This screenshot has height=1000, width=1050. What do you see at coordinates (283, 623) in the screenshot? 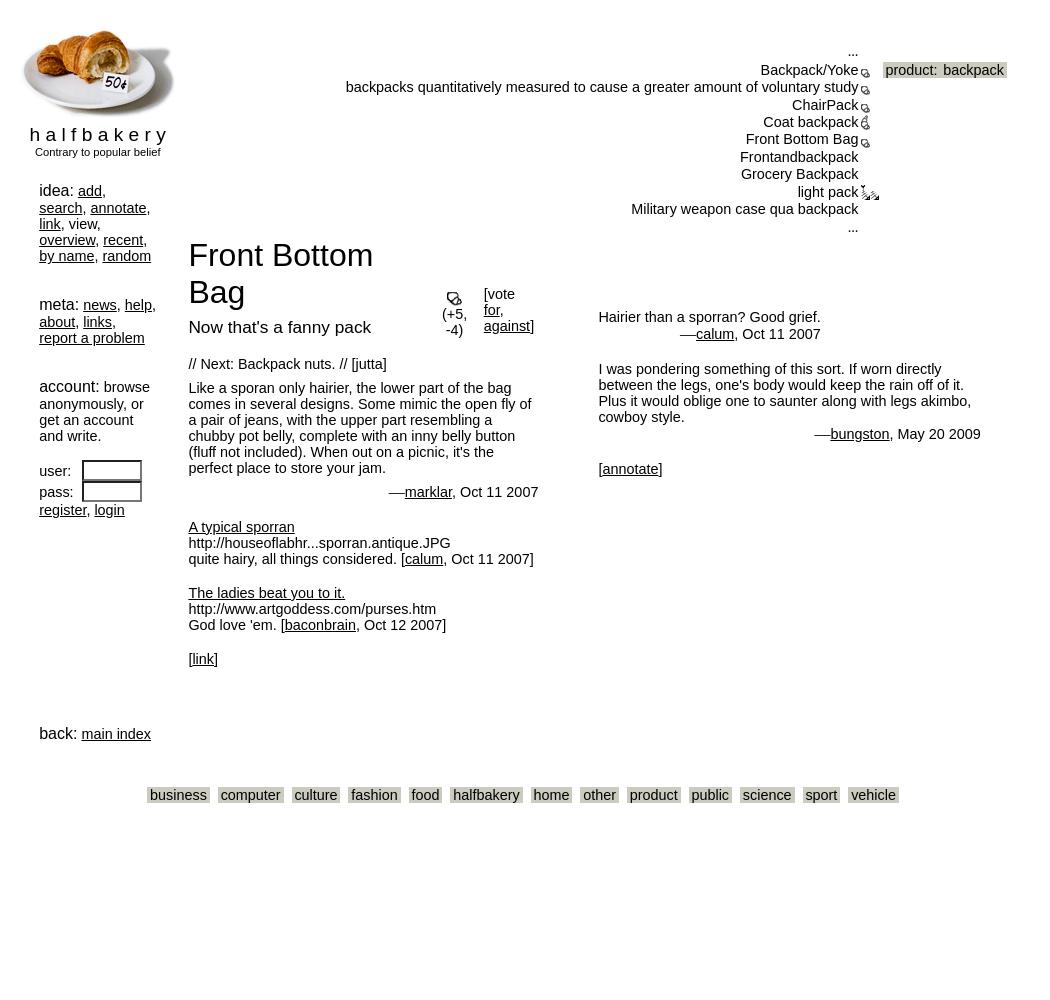
I see `'baconbrain'` at bounding box center [283, 623].